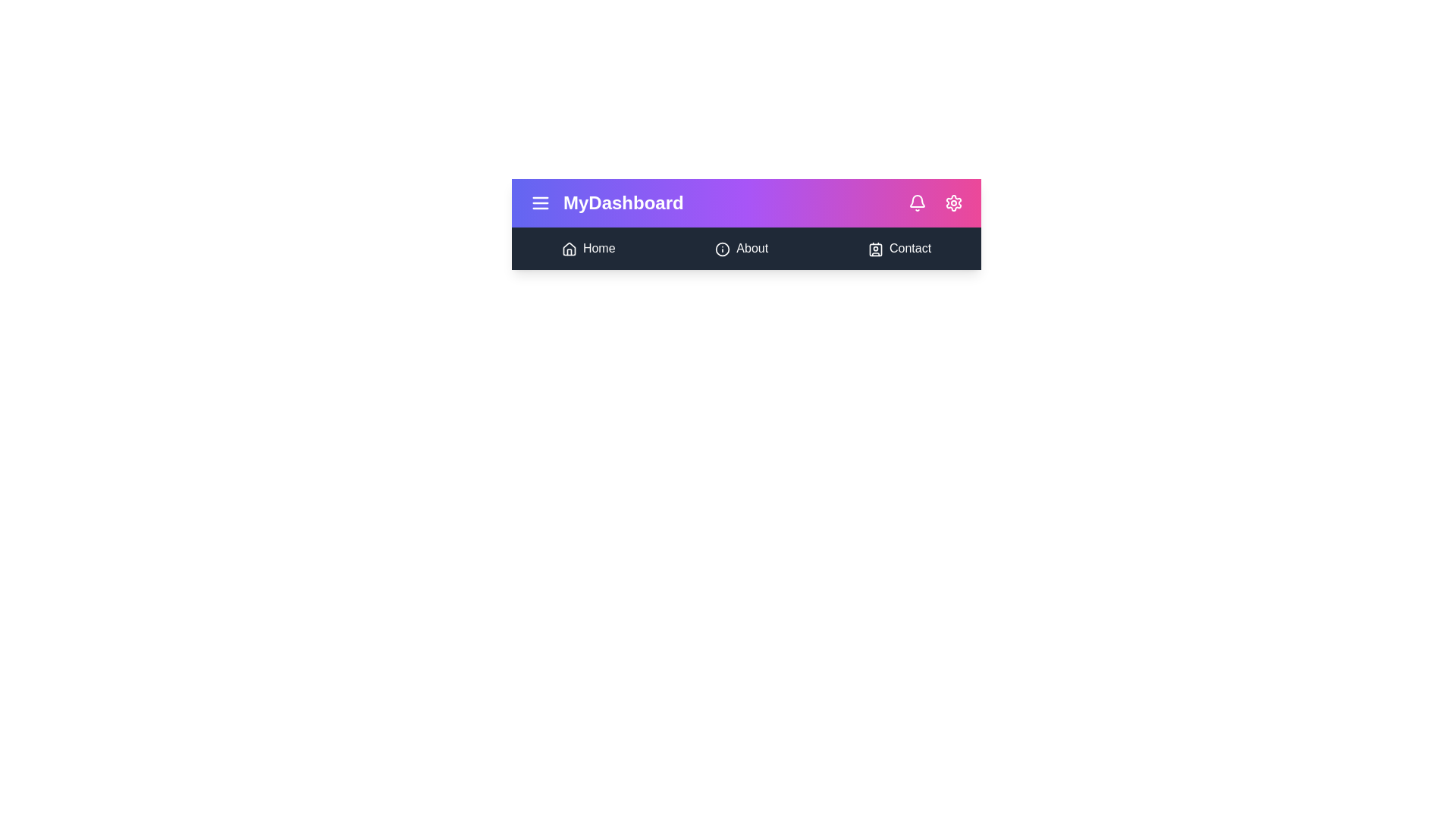 The width and height of the screenshot is (1456, 819). I want to click on the settings gear icon, so click(952, 202).